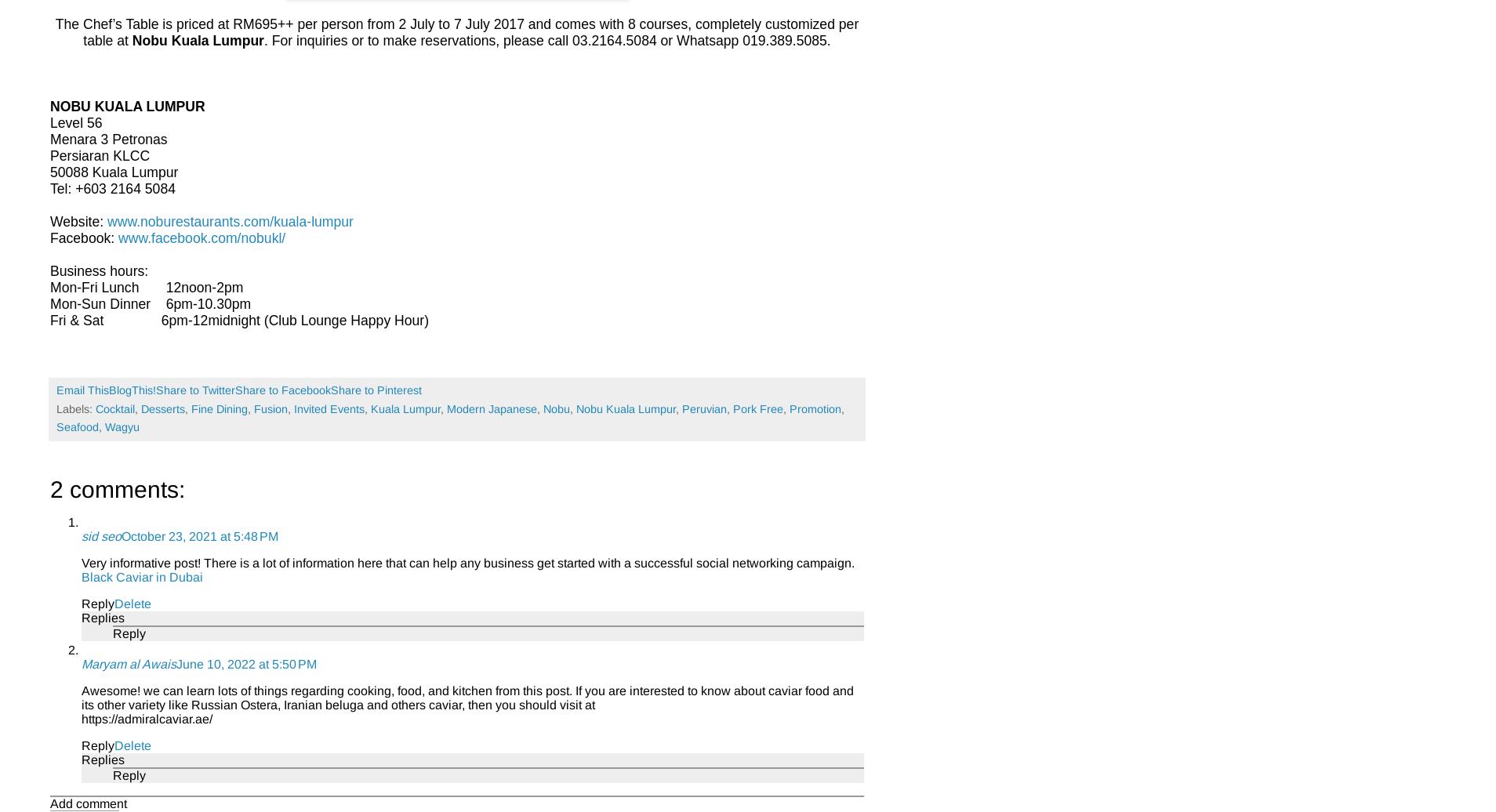 This screenshot has width=1496, height=812. Describe the element at coordinates (126, 107) in the screenshot. I see `'NOBU
KUALA LUMPUR'` at that location.